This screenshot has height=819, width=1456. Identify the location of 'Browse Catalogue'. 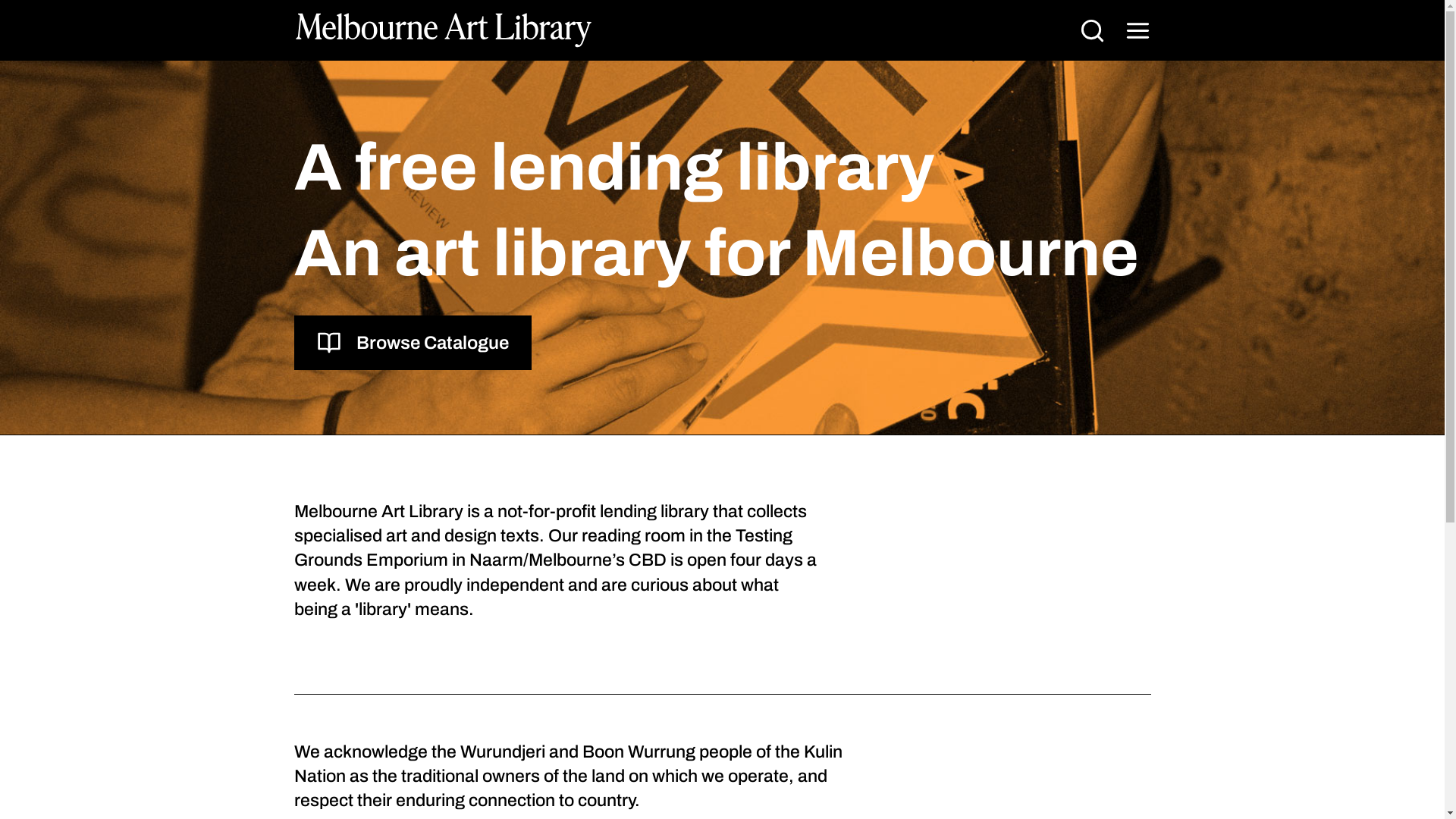
(413, 342).